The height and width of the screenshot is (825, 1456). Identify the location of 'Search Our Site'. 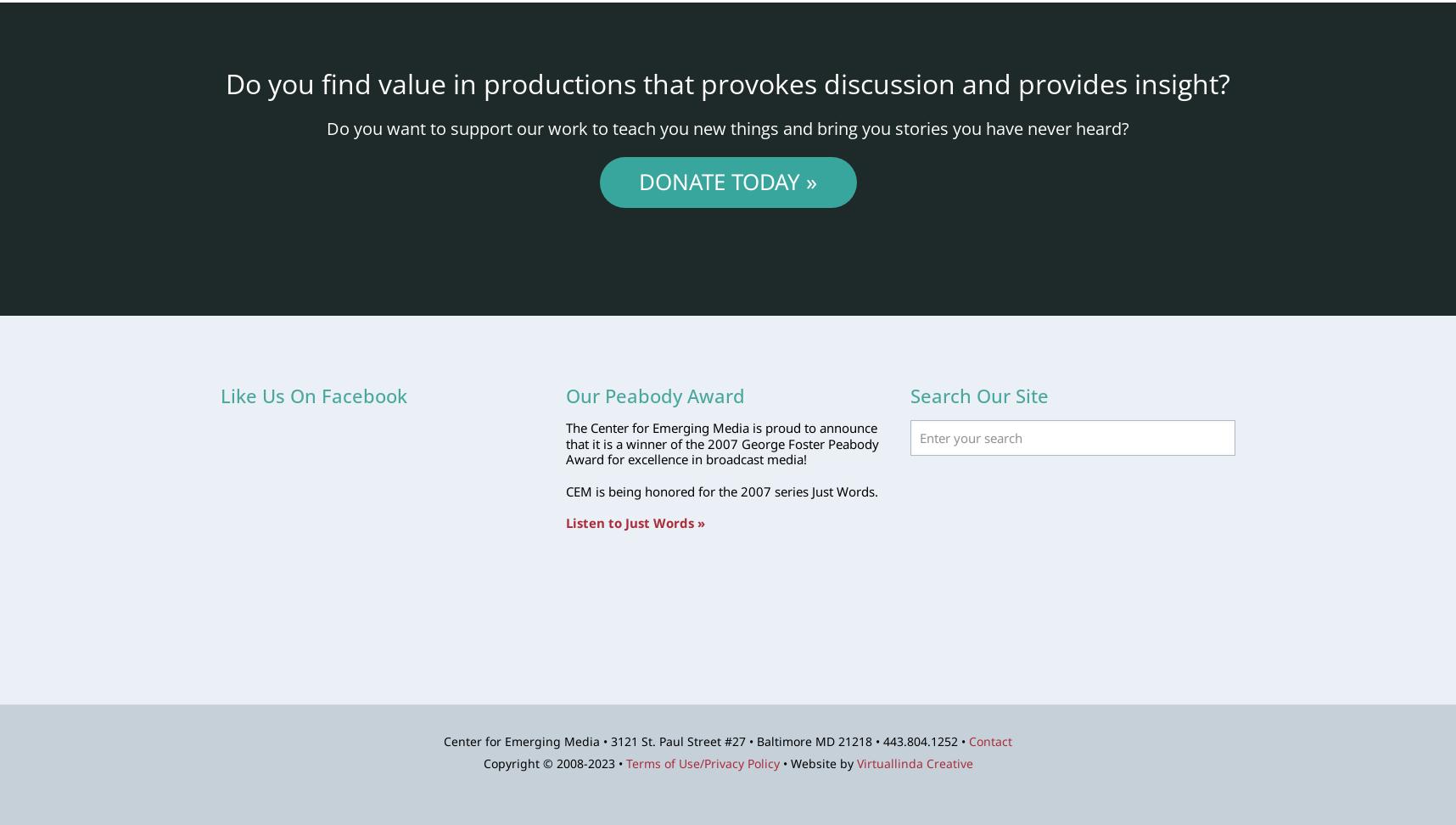
(978, 394).